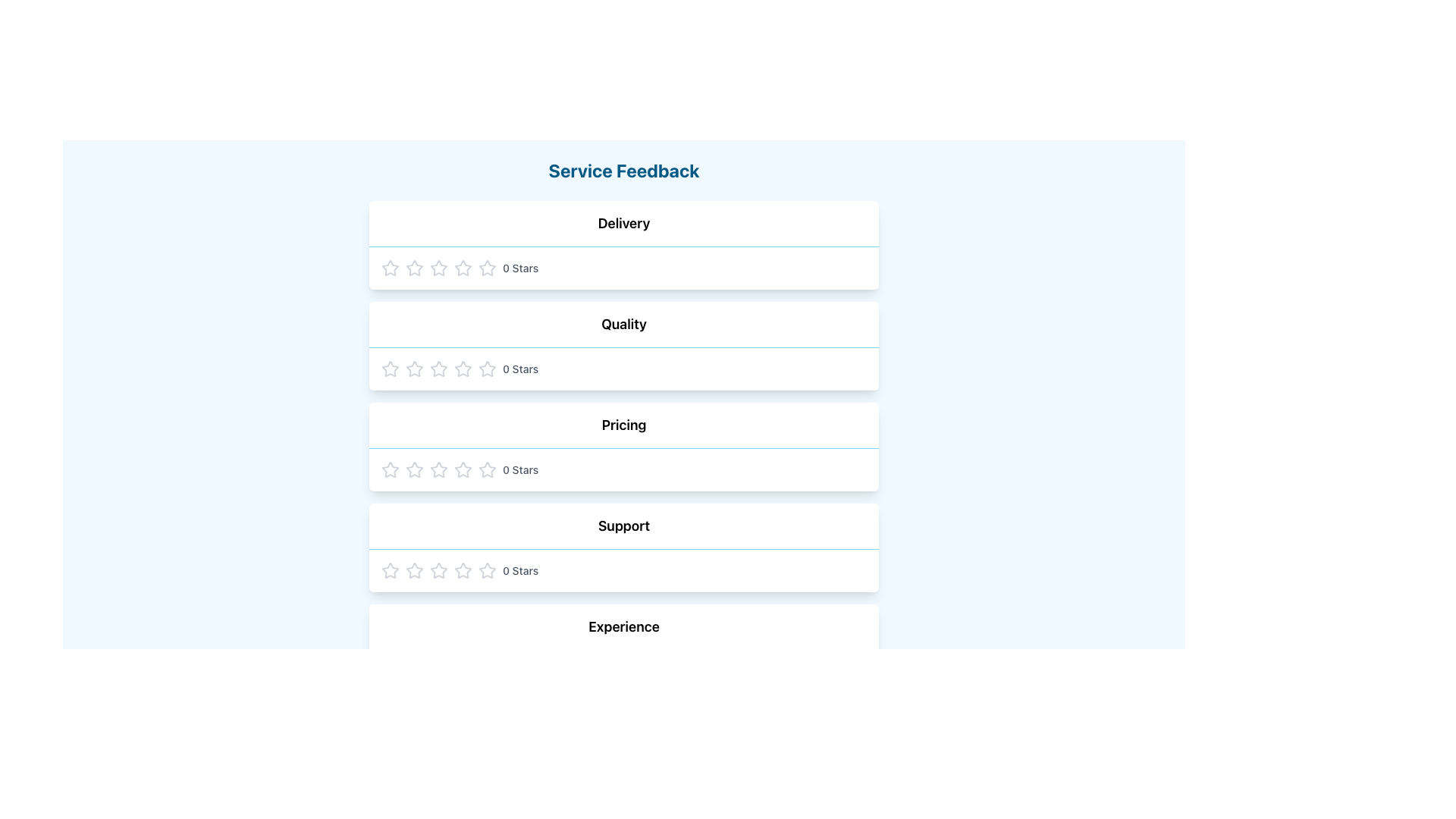 The image size is (1456, 819). I want to click on the static text label displaying '0 Stars', which is styled with a small font size and medium weight, located next to the five gray star icons in the 'Pricing' row of feedback categories to observe any tooltips, so click(520, 469).